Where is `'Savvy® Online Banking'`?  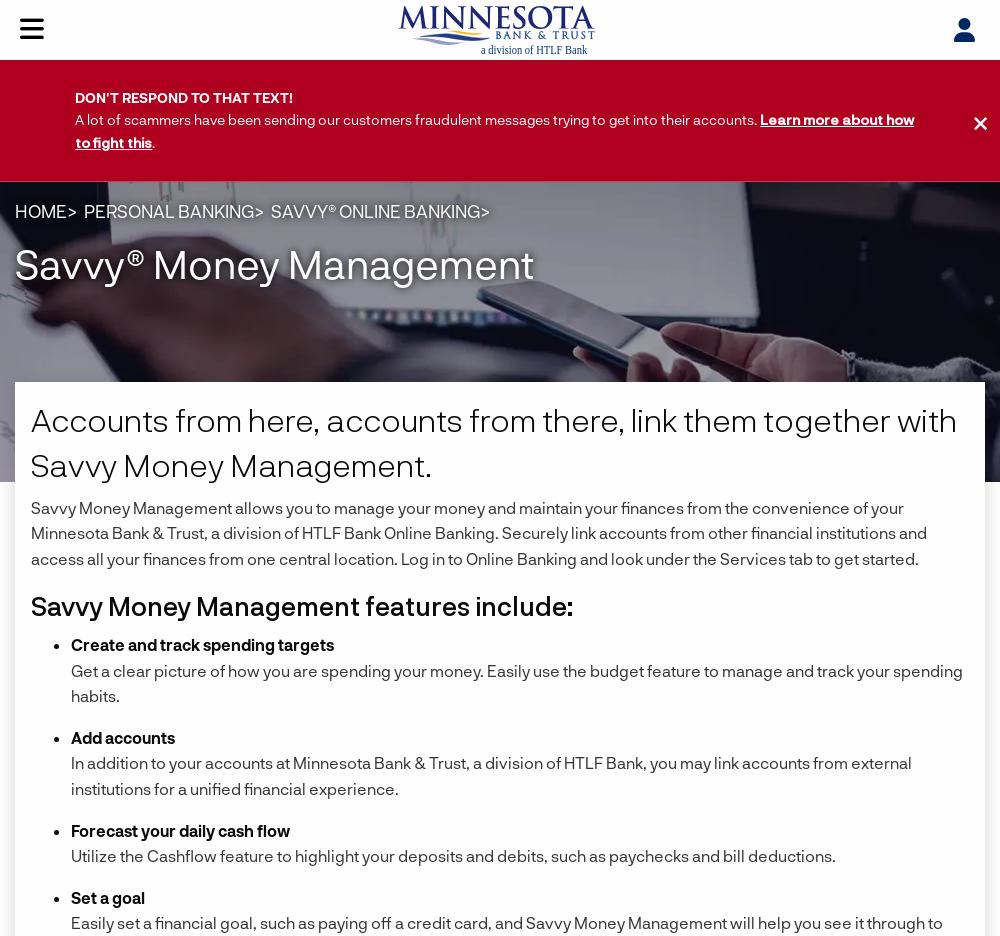 'Savvy® Online Banking' is located at coordinates (375, 210).